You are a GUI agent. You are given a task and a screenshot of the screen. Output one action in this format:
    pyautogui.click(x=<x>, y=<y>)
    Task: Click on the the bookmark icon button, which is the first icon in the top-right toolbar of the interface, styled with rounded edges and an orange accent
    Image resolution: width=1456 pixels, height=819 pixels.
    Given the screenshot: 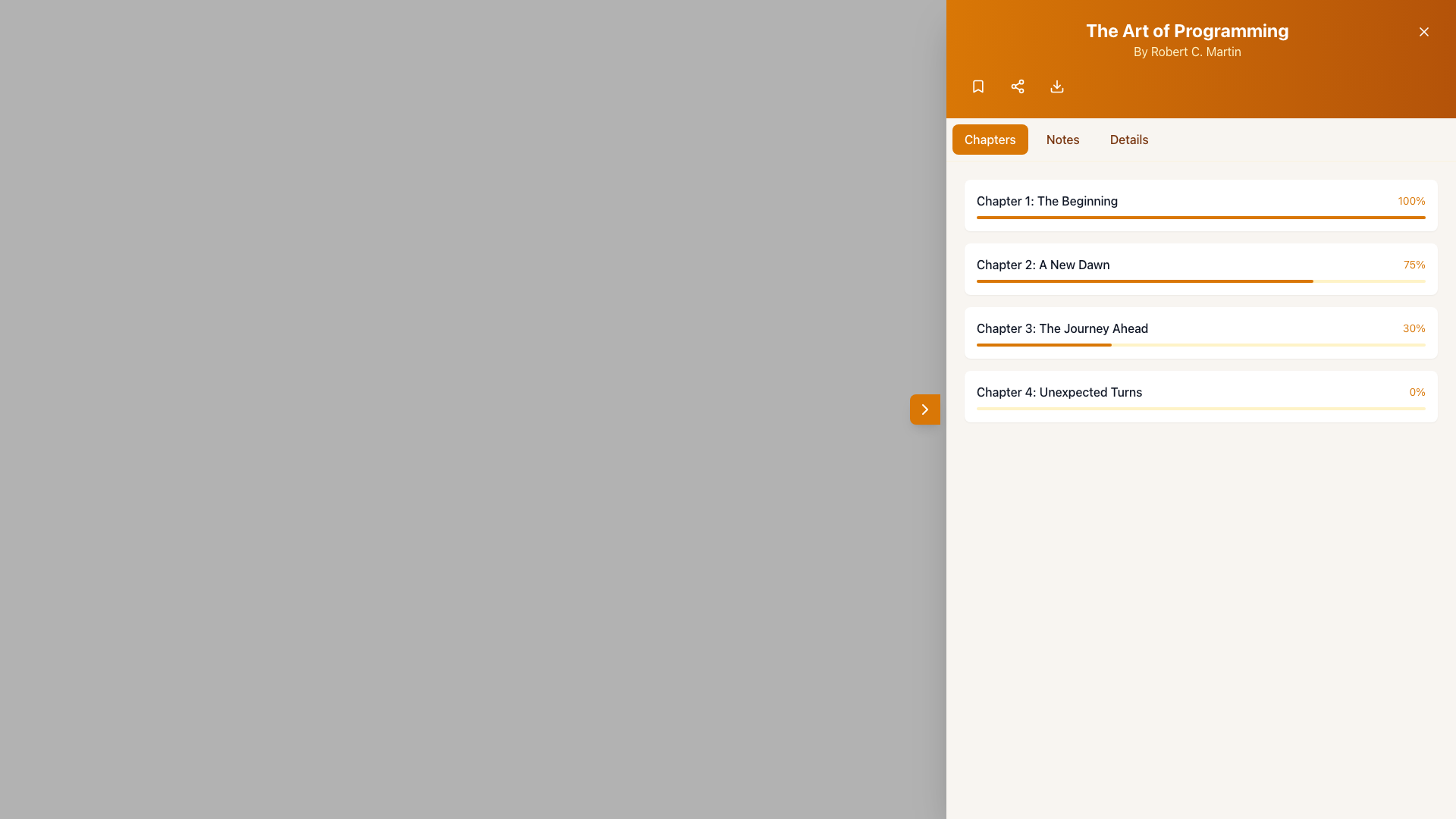 What is the action you would take?
    pyautogui.click(x=978, y=86)
    